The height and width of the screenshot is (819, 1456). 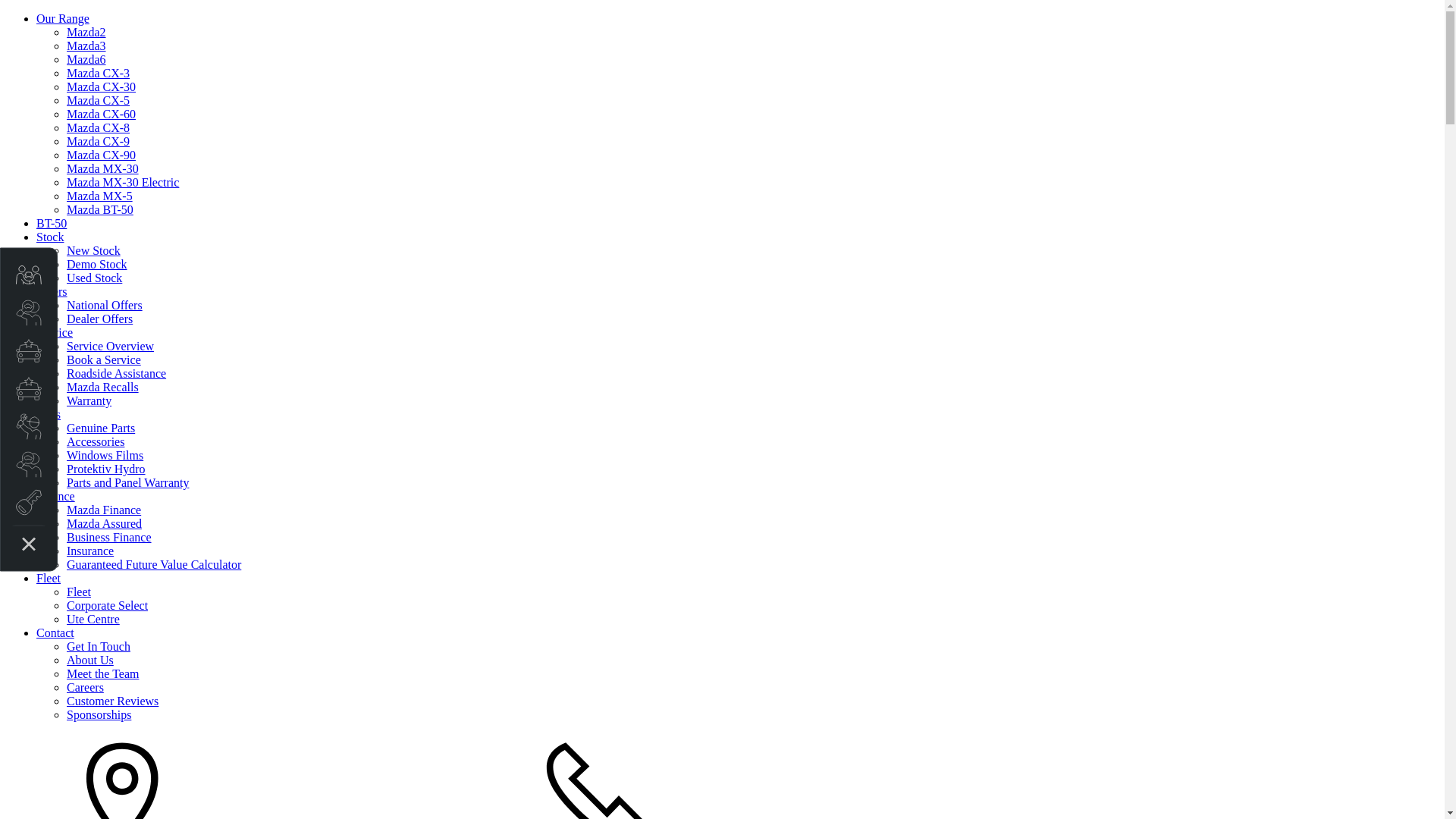 I want to click on 'BT-50', so click(x=51, y=223).